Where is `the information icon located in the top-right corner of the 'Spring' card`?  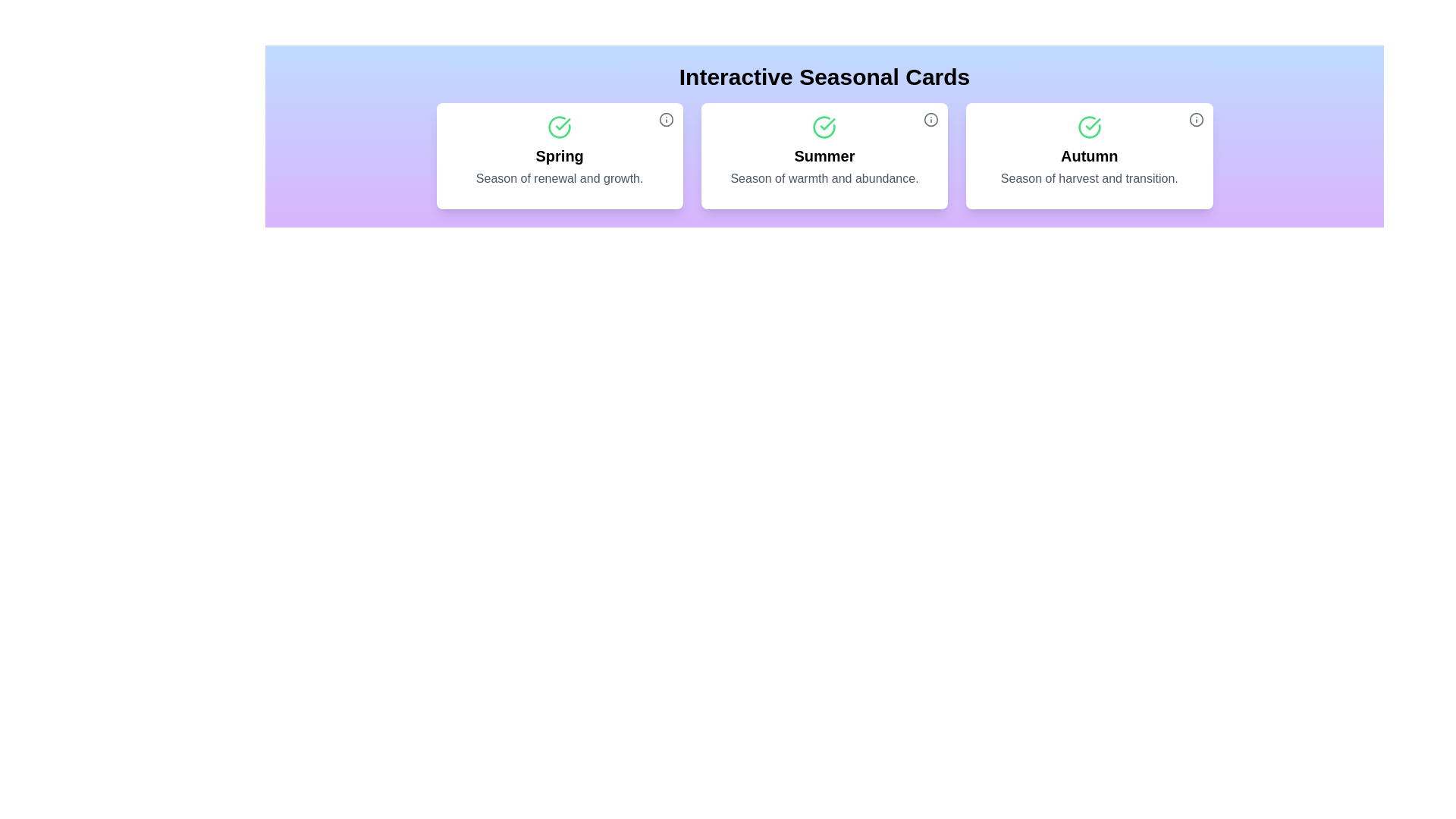 the information icon located in the top-right corner of the 'Spring' card is located at coordinates (666, 119).